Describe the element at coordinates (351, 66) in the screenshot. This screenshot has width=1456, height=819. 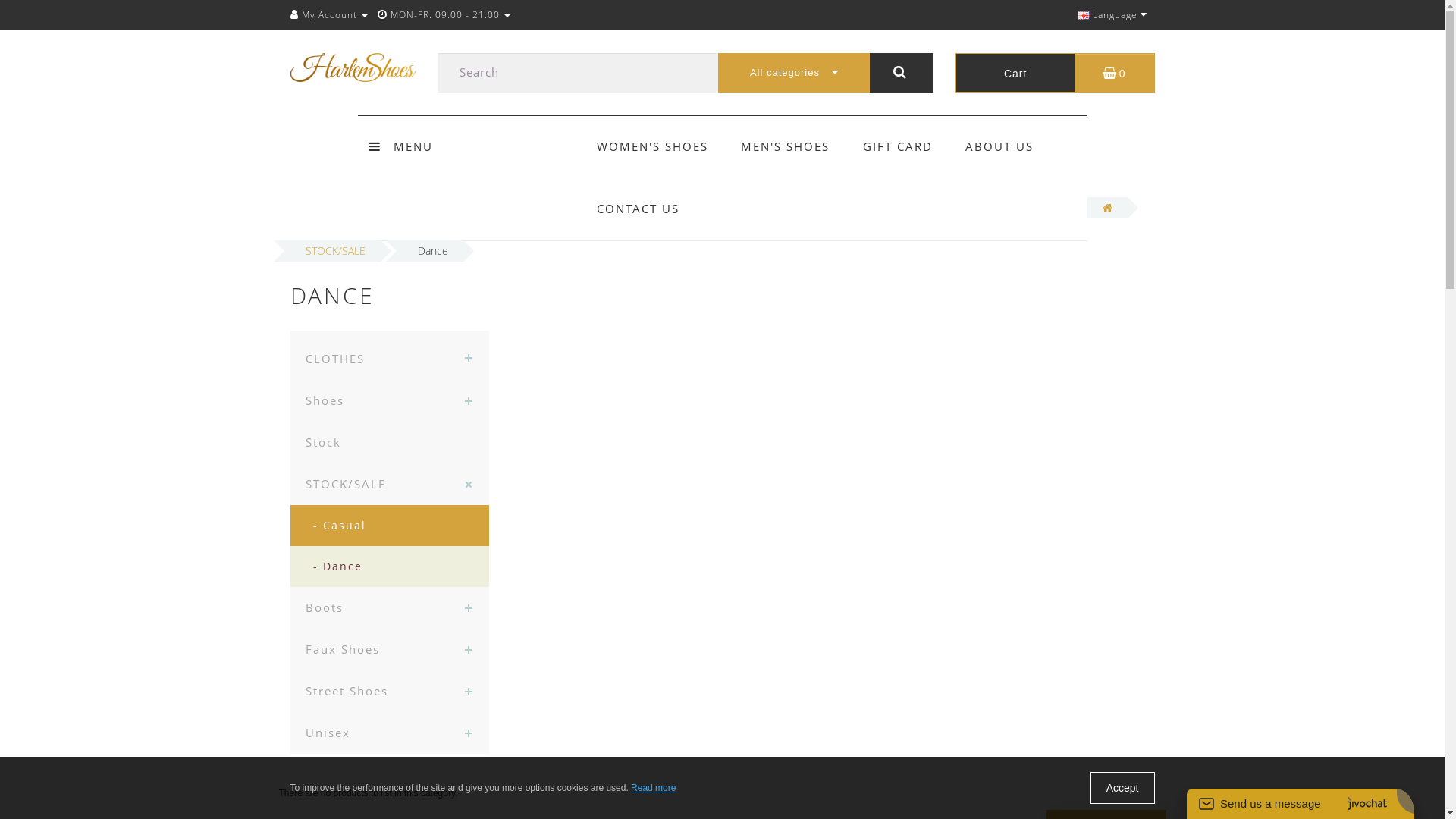
I see `'Store HarlemShoes'` at that location.